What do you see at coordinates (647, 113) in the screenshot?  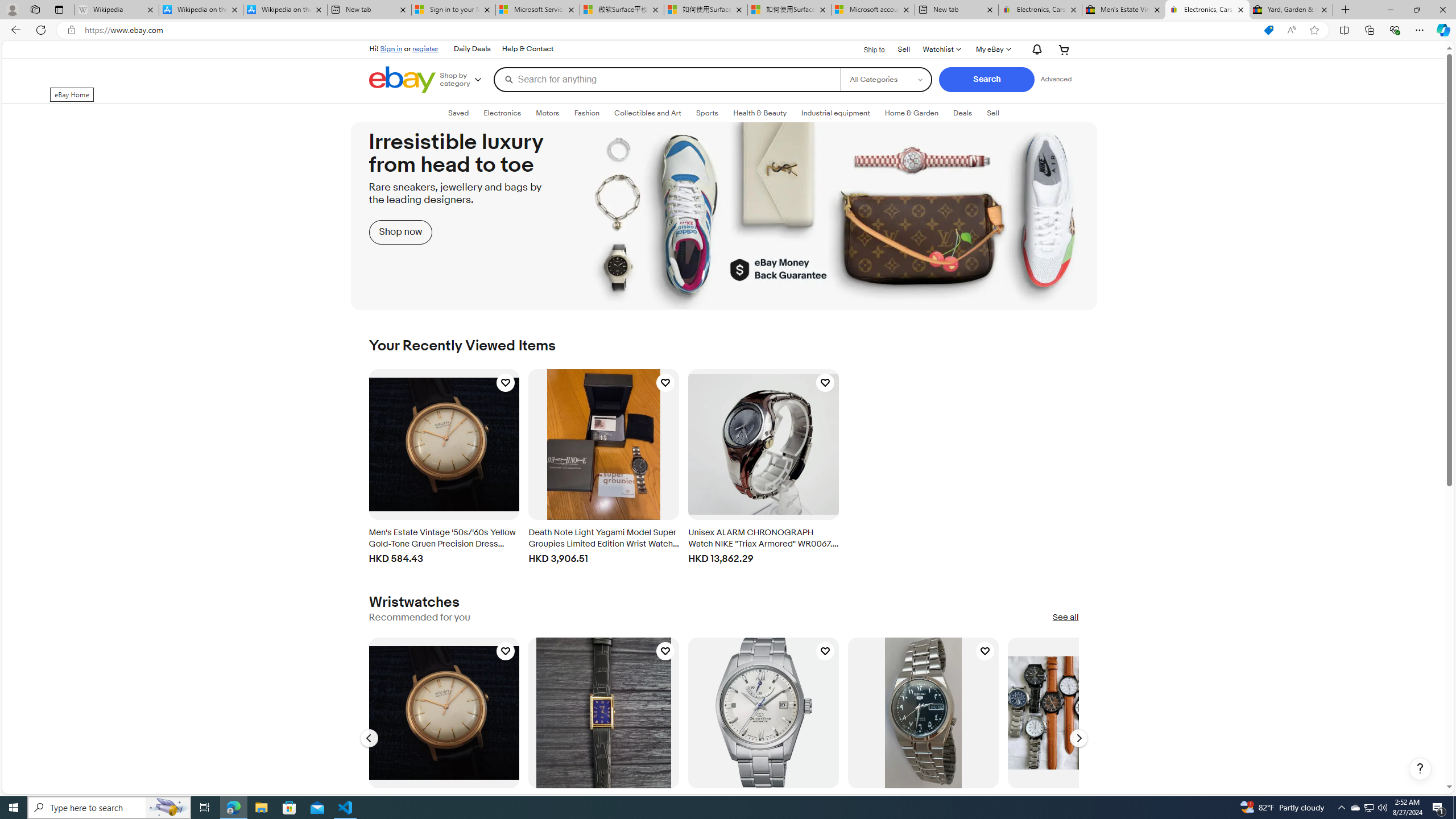 I see `'Collectibles and Art'` at bounding box center [647, 113].